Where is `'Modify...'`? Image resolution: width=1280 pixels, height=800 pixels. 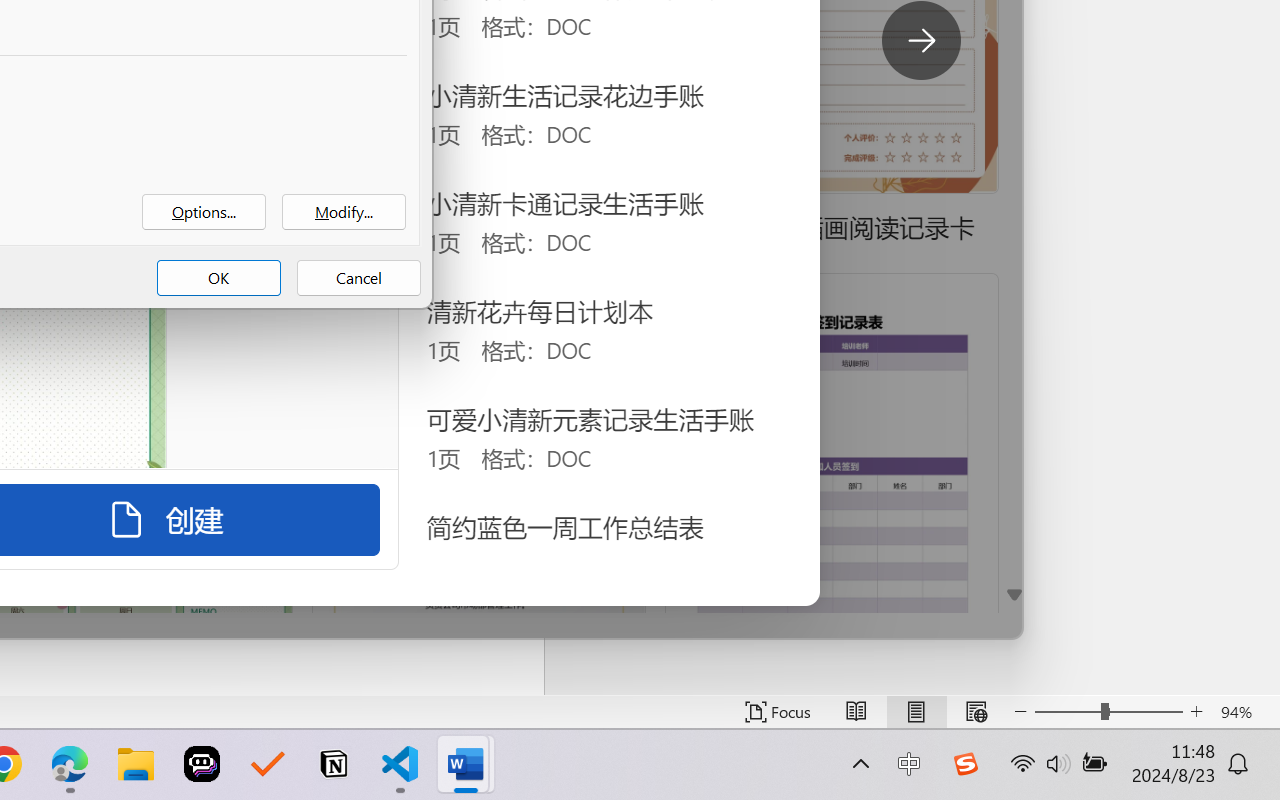
'Modify...' is located at coordinates (344, 212).